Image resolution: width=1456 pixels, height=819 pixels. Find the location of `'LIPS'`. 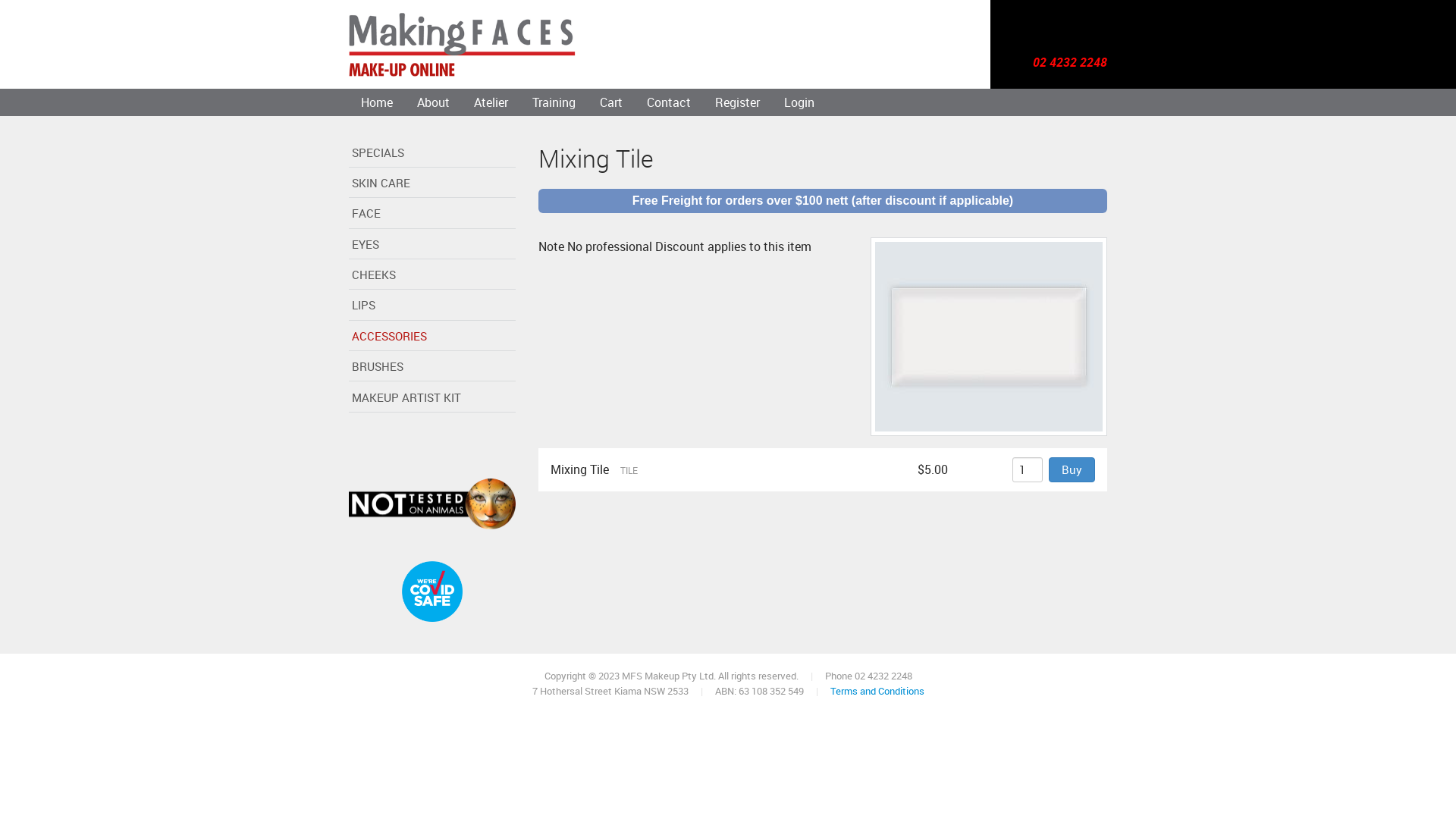

'LIPS' is located at coordinates (431, 307).